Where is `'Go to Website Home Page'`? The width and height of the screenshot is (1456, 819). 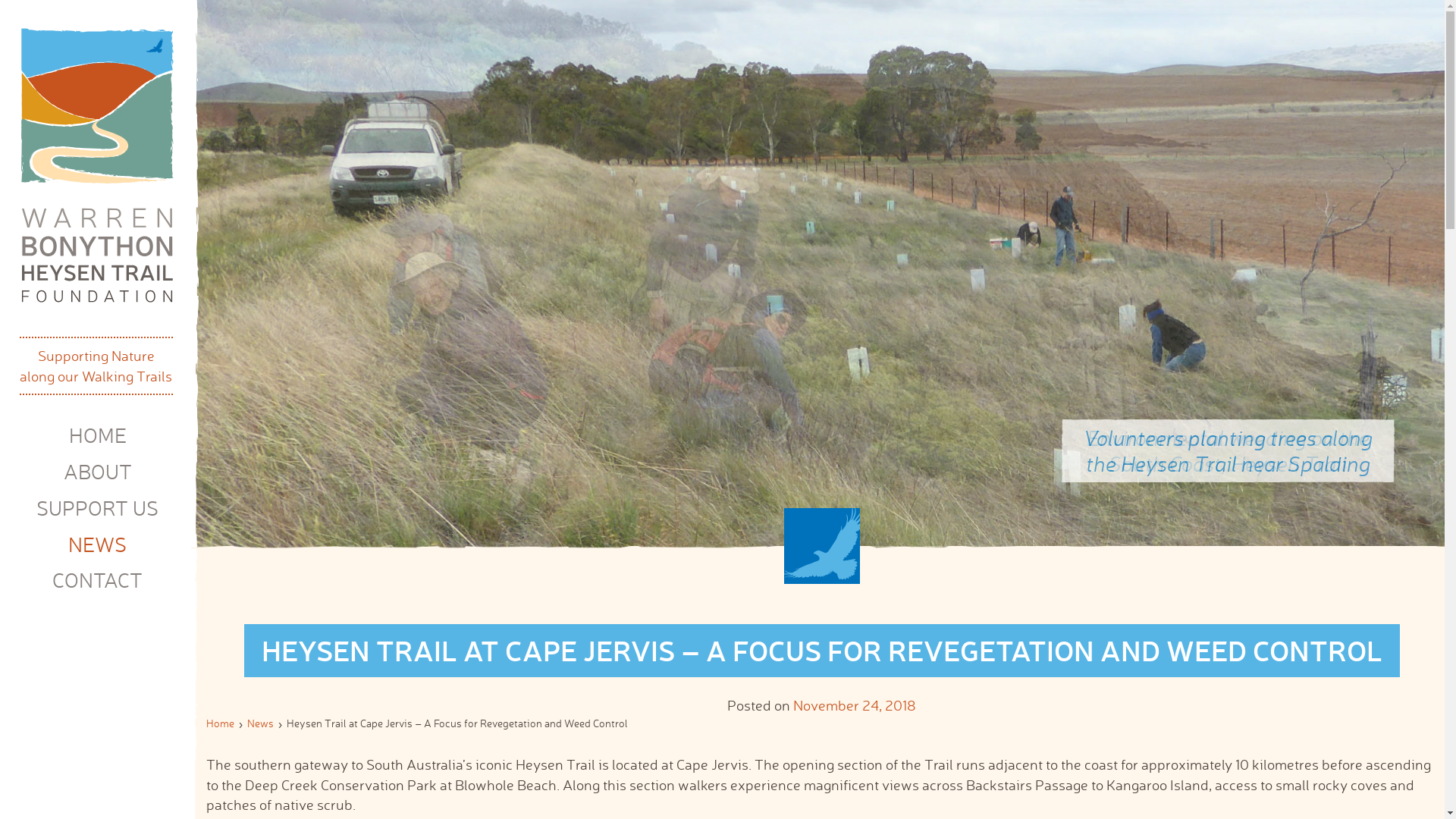
'Go to Website Home Page' is located at coordinates (96, 166).